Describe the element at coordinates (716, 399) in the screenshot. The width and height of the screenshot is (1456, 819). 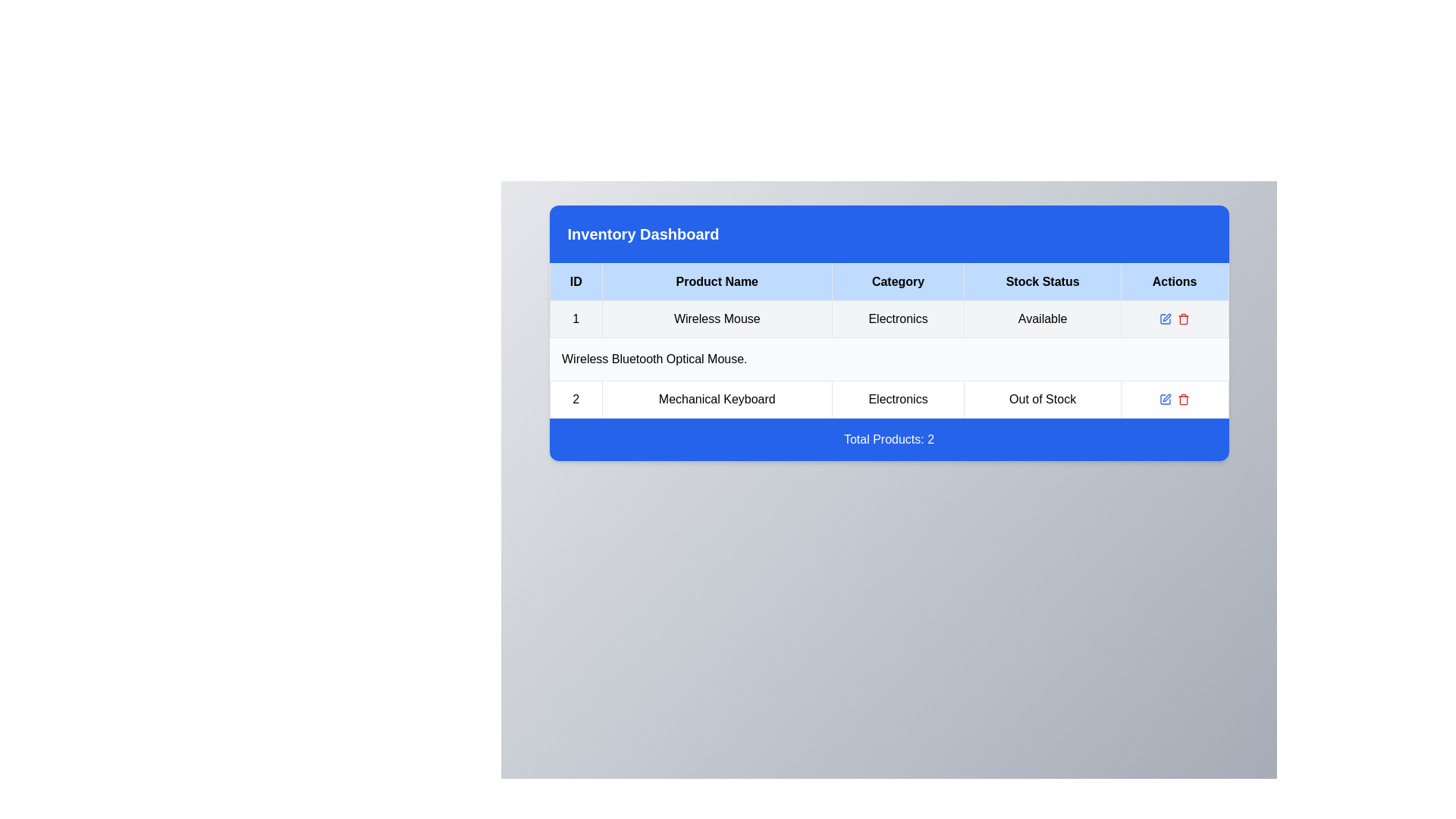
I see `the static text label displaying 'Mechanical Keyboard' within the second row of the table under the 'Product Name' column` at that location.